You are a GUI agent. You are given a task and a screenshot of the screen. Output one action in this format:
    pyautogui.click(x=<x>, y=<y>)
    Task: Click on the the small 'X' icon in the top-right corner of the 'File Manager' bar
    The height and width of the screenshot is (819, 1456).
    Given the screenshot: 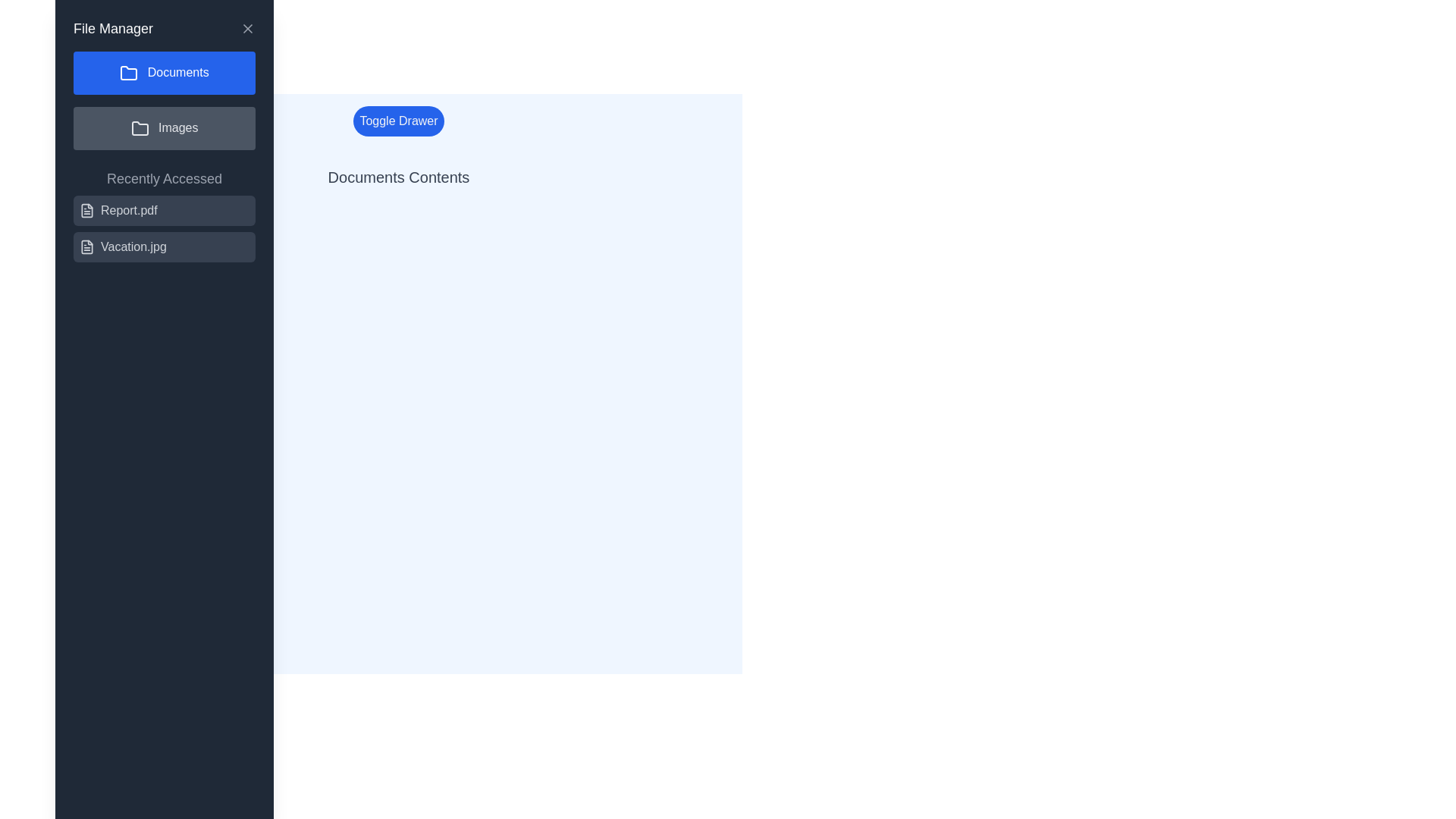 What is the action you would take?
    pyautogui.click(x=247, y=29)
    